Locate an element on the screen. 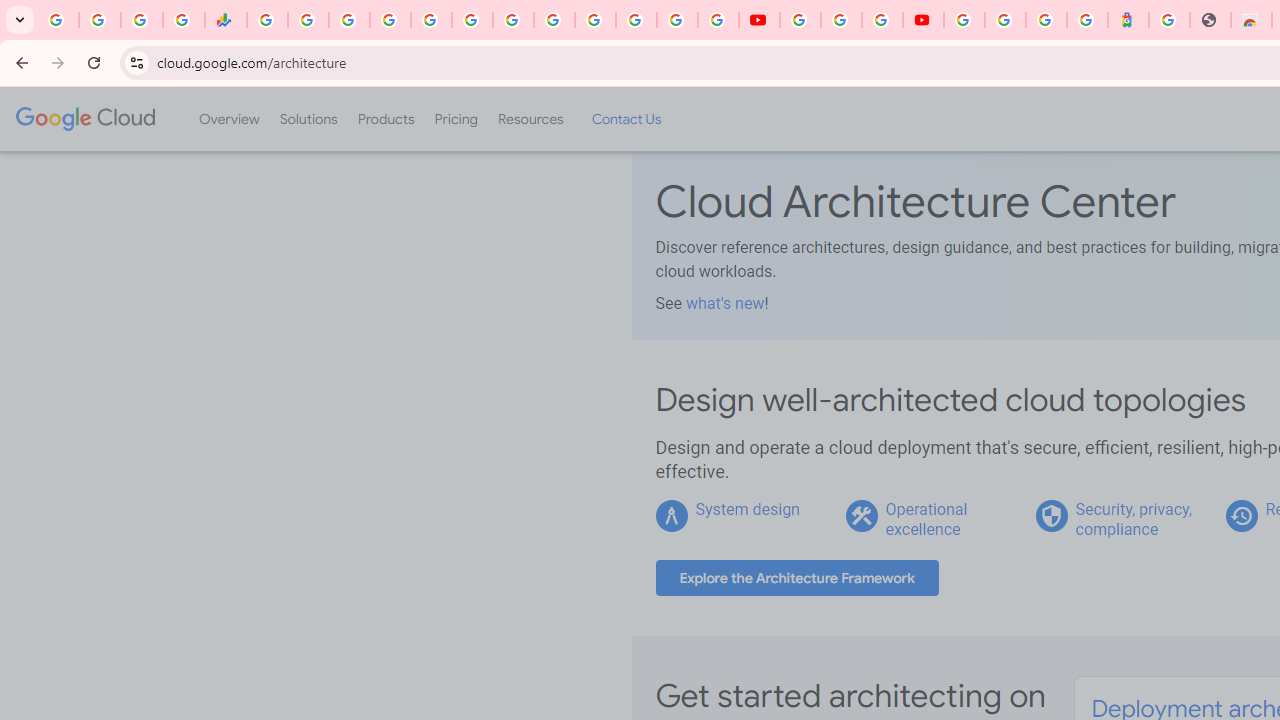 The width and height of the screenshot is (1280, 720). 'Atour Hotel - Google hotels' is located at coordinates (1128, 20).